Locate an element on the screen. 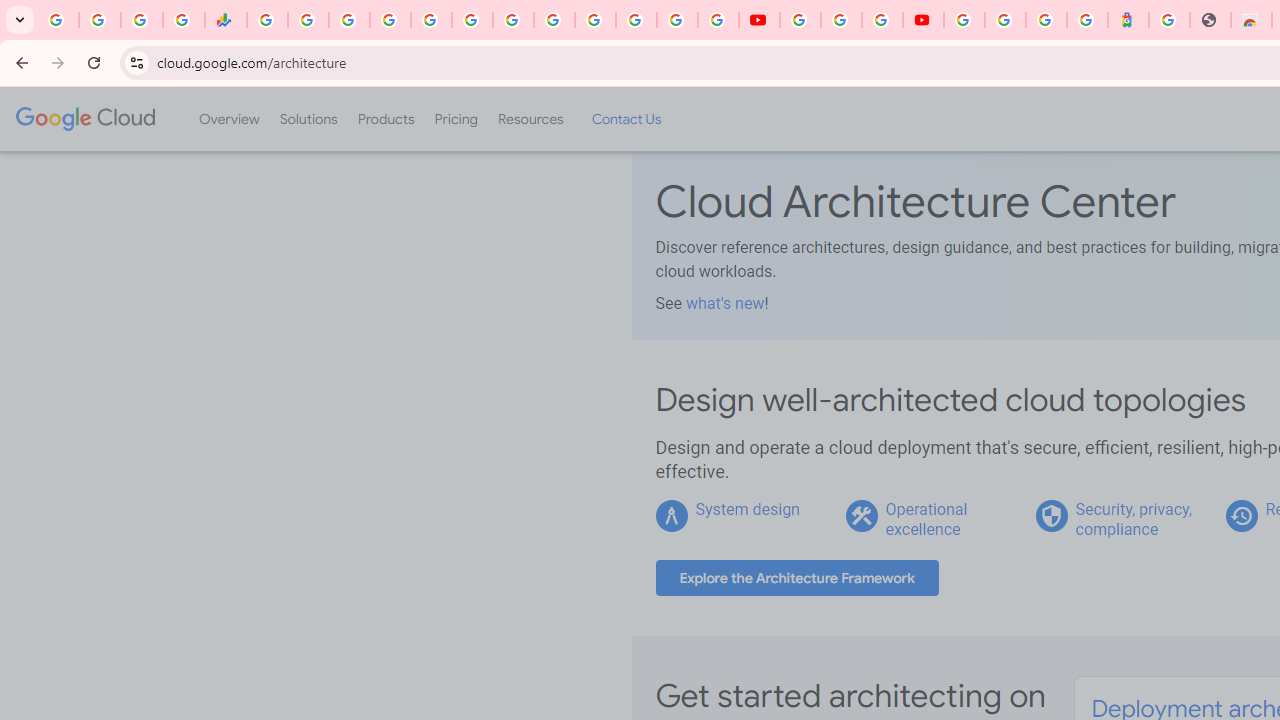 The width and height of the screenshot is (1280, 720). 'Atour Hotel - Google hotels' is located at coordinates (1128, 20).